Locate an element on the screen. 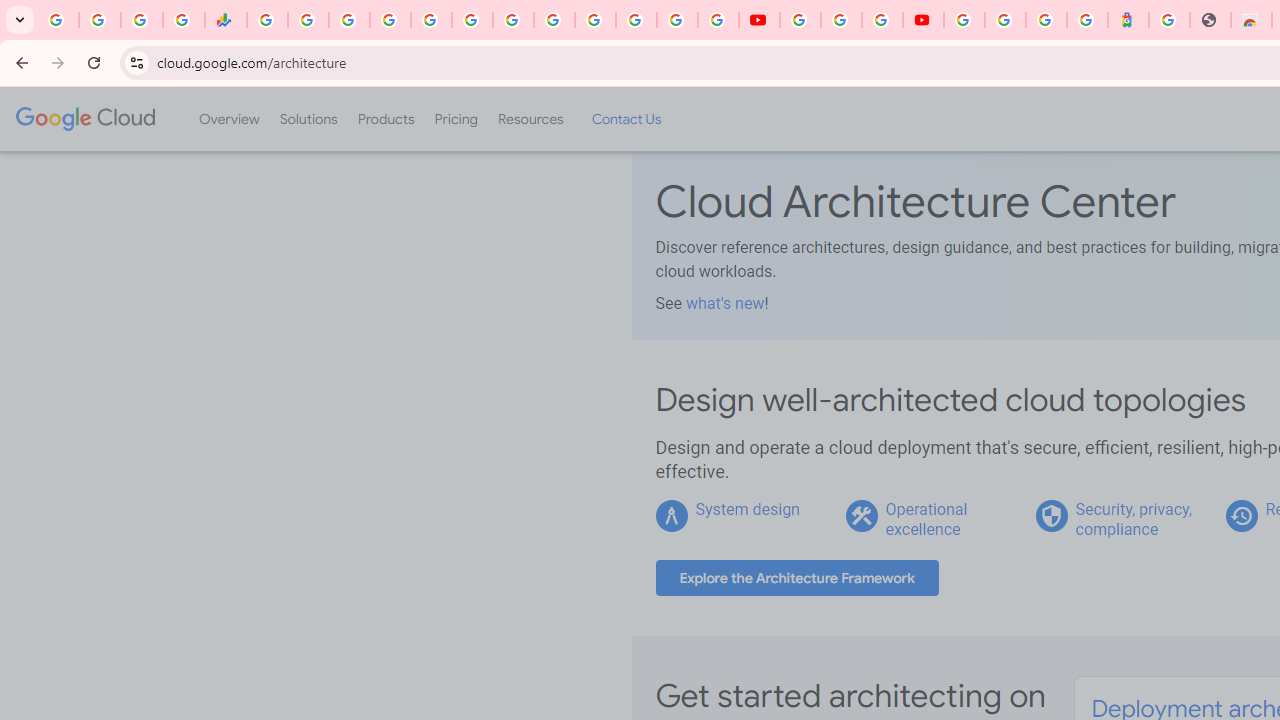 The width and height of the screenshot is (1280, 720). 'Atour Hotel - Google hotels' is located at coordinates (1128, 20).